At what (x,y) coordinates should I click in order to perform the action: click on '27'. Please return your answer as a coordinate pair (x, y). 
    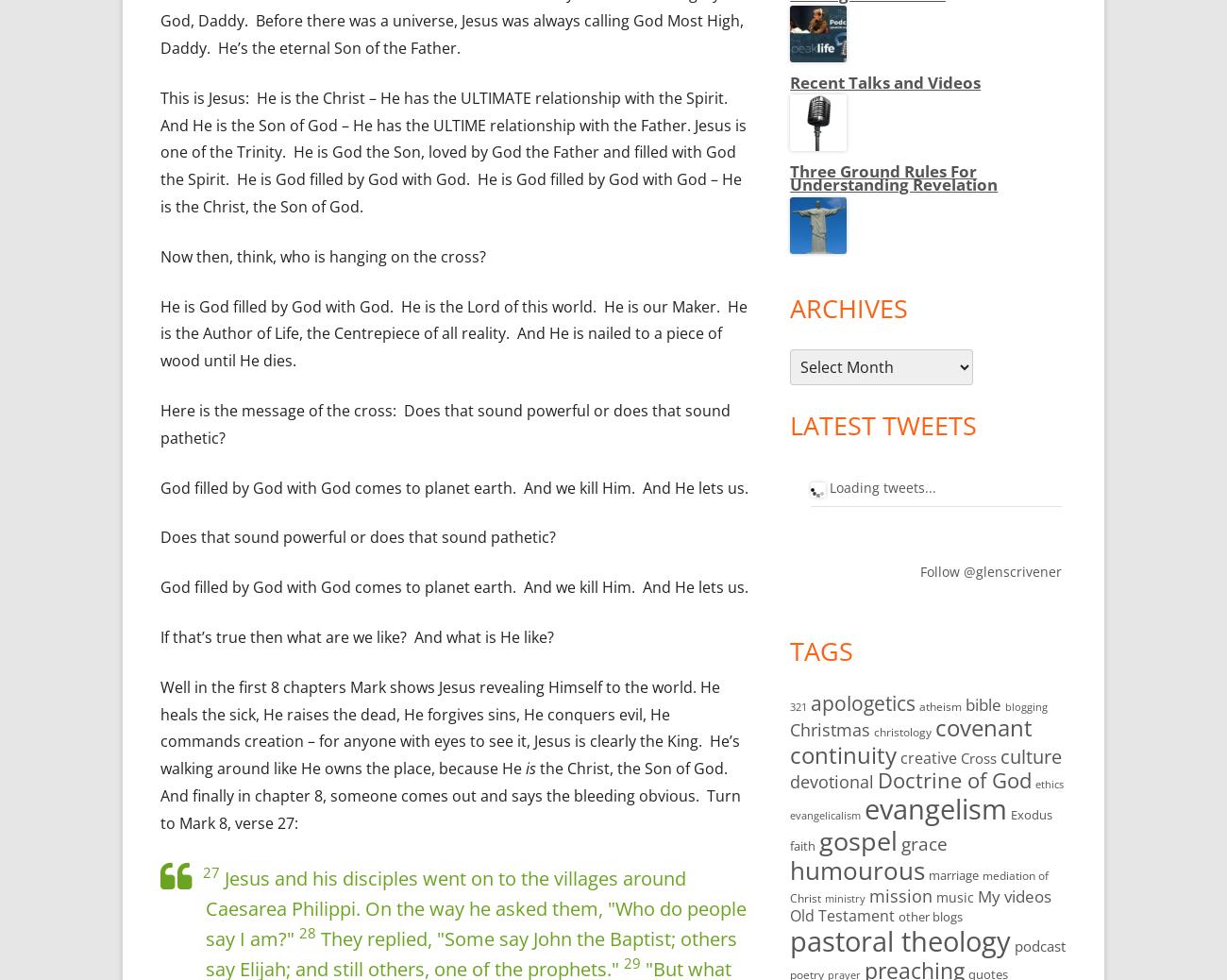
    Looking at the image, I should click on (210, 872).